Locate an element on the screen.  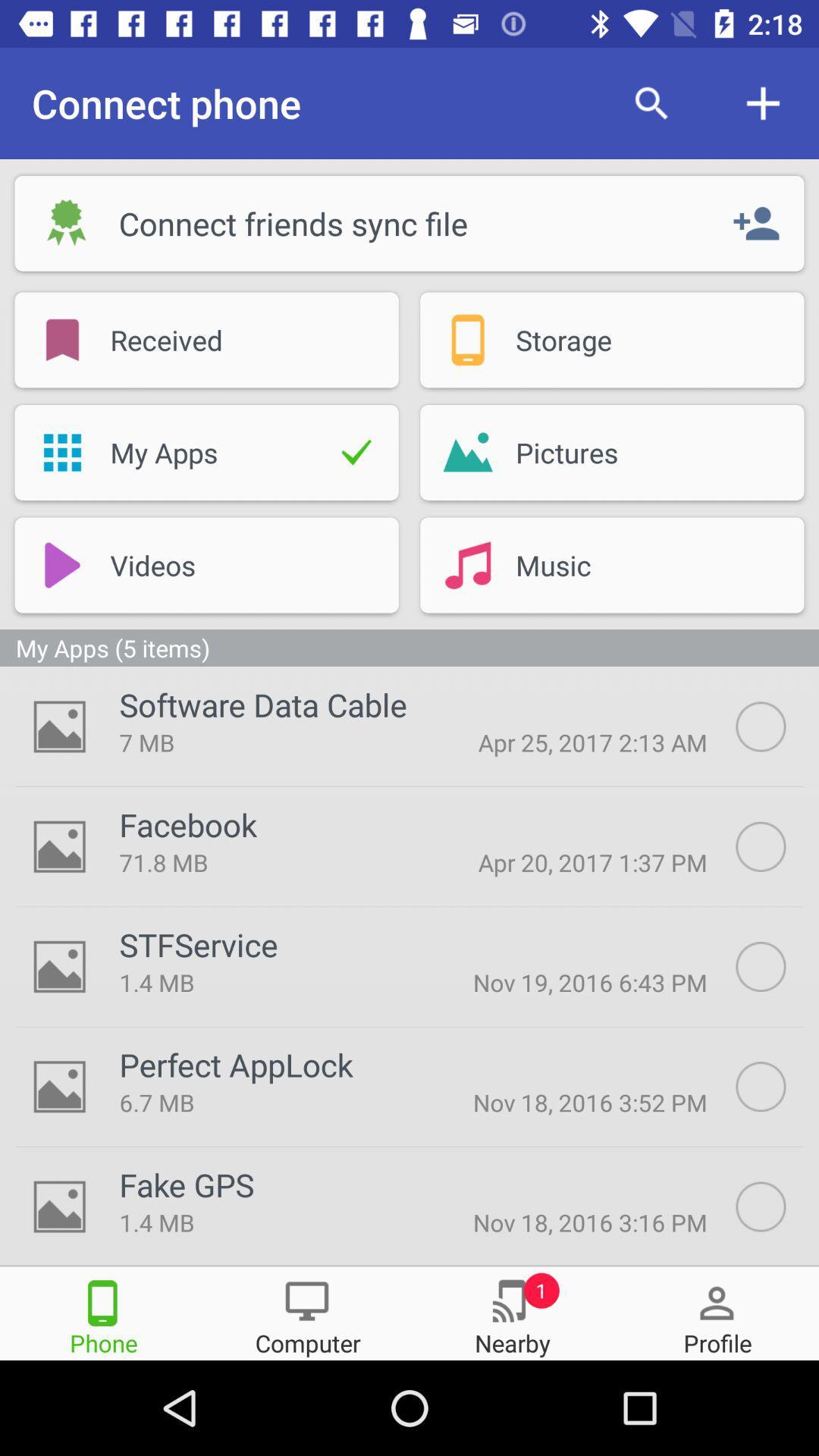
below my apps is located at coordinates (207, 564).